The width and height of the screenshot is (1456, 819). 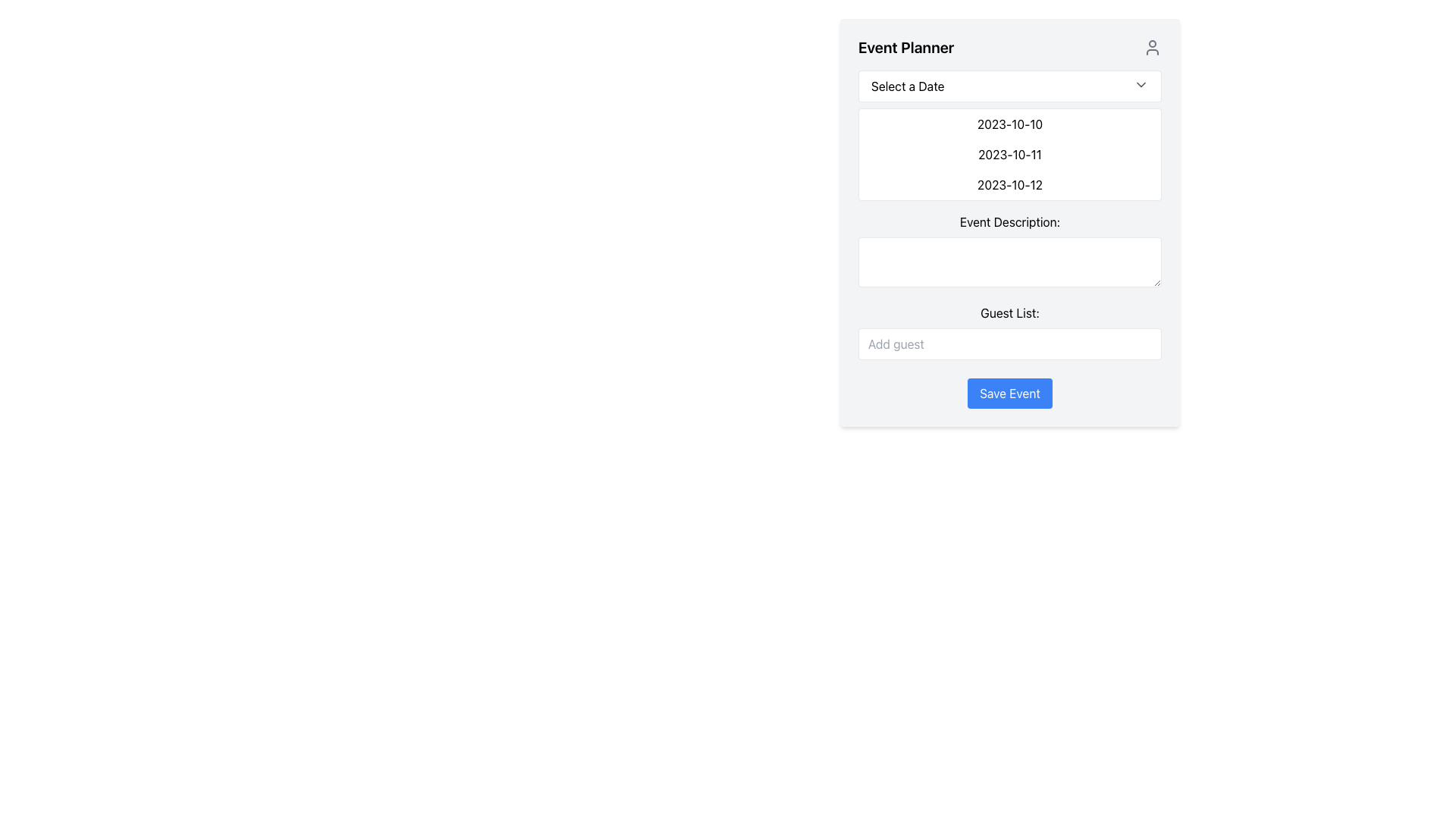 What do you see at coordinates (1009, 393) in the screenshot?
I see `the 'Save Event' button, which is a rectangular button with white text on a blue background located at the bottom of the 'Event Planner' dialog box` at bounding box center [1009, 393].